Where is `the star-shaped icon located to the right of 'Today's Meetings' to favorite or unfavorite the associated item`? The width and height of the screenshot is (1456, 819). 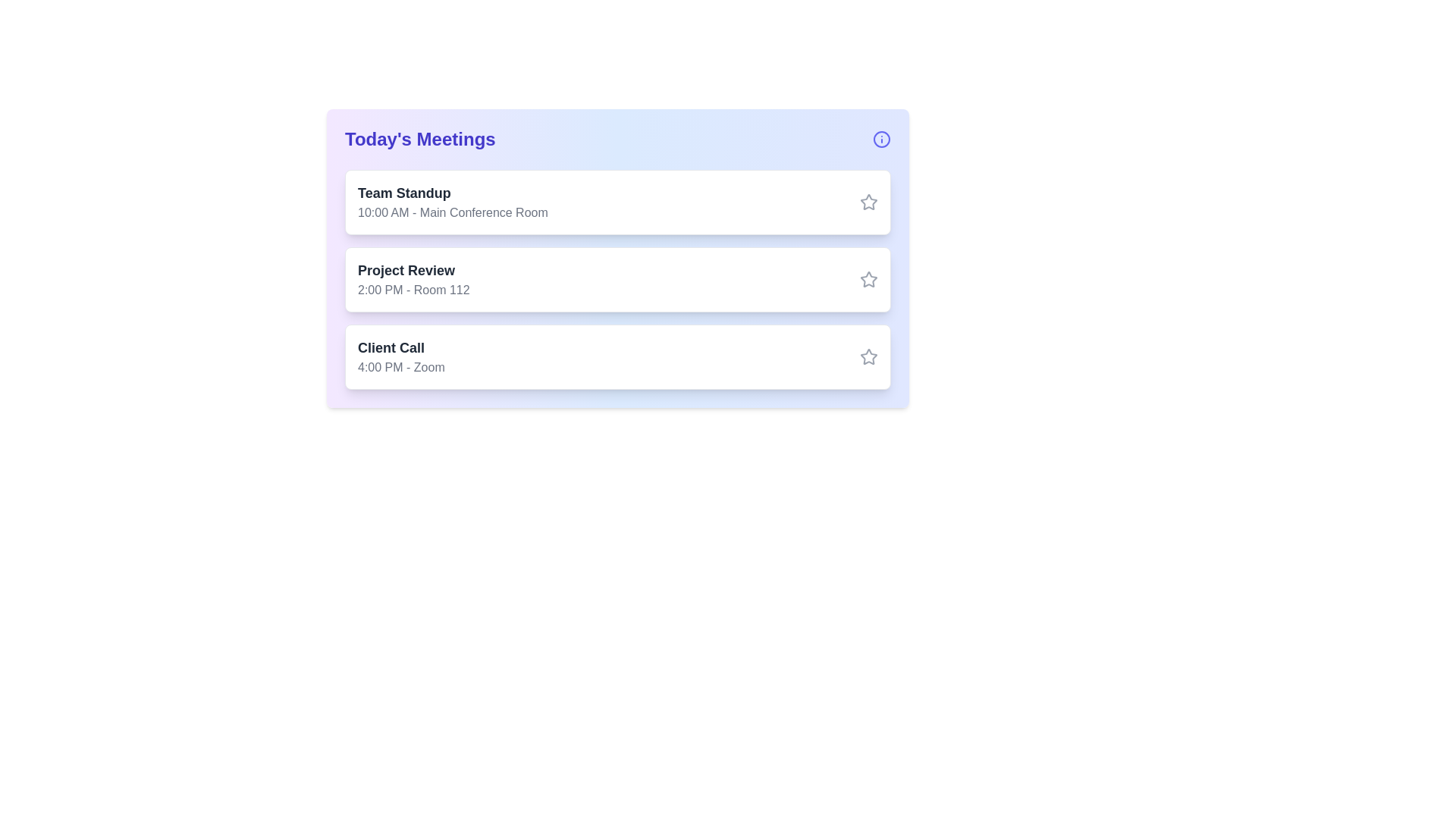
the star-shaped icon located to the right of 'Today's Meetings' to favorite or unfavorite the associated item is located at coordinates (869, 356).